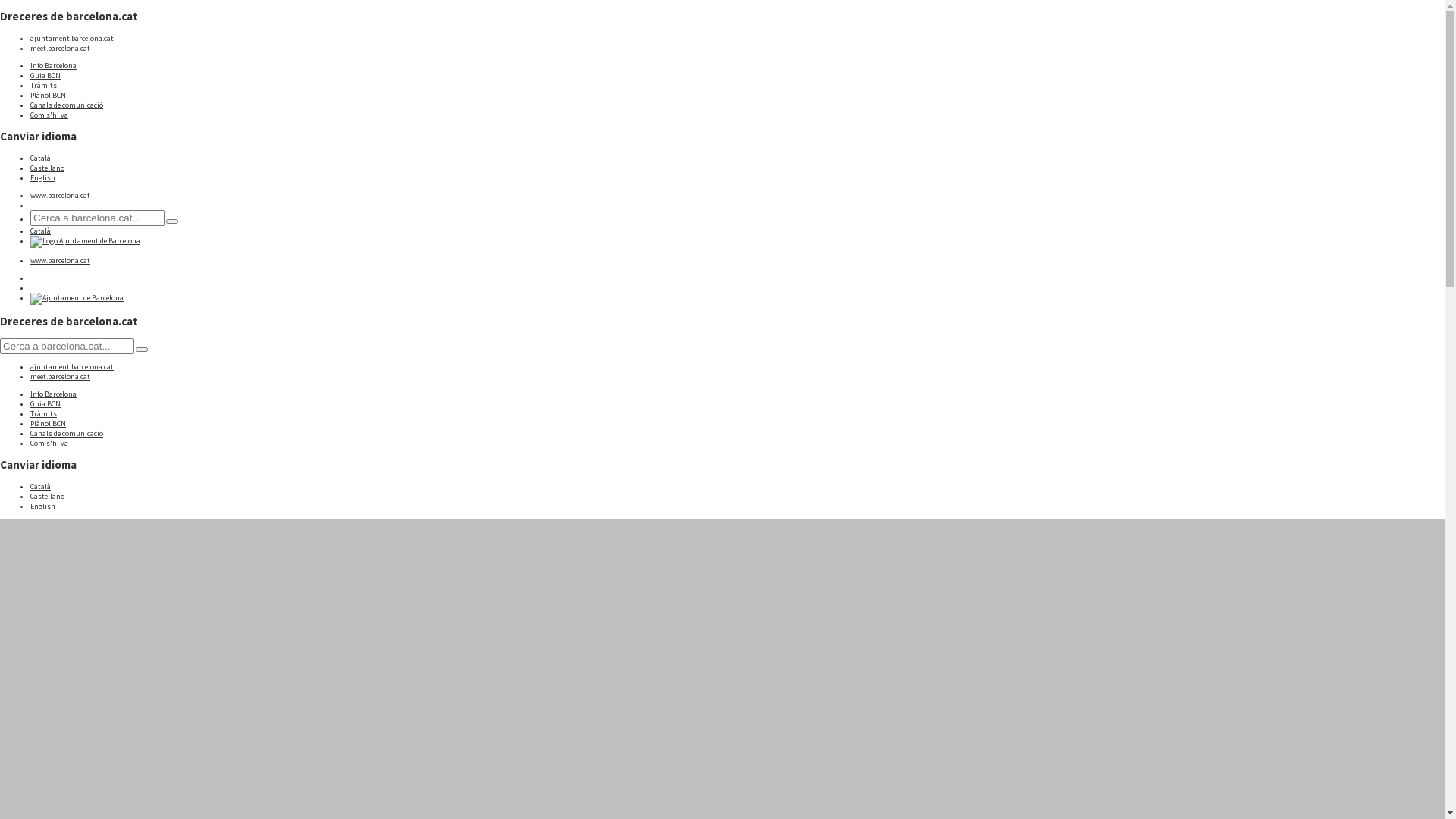 Image resolution: width=1456 pixels, height=819 pixels. What do you see at coordinates (30, 37) in the screenshot?
I see `'ajuntament.barcelona.cat'` at bounding box center [30, 37].